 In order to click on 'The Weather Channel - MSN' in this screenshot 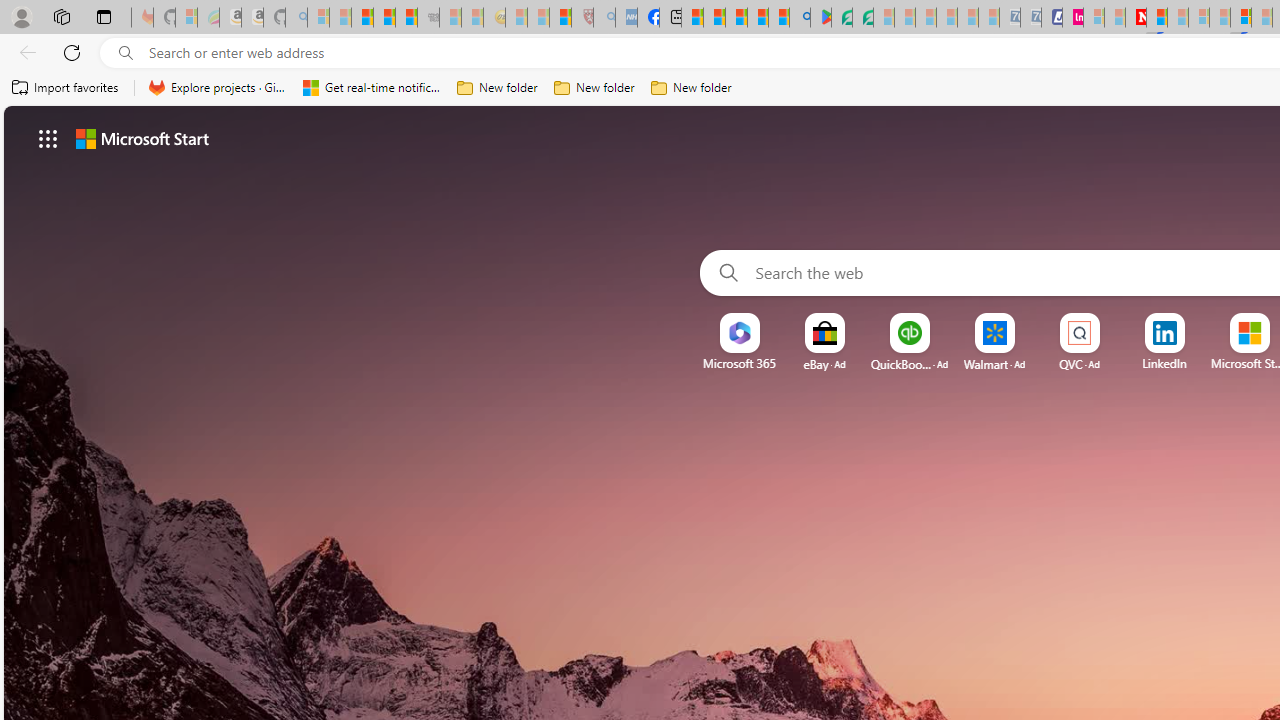, I will do `click(362, 17)`.